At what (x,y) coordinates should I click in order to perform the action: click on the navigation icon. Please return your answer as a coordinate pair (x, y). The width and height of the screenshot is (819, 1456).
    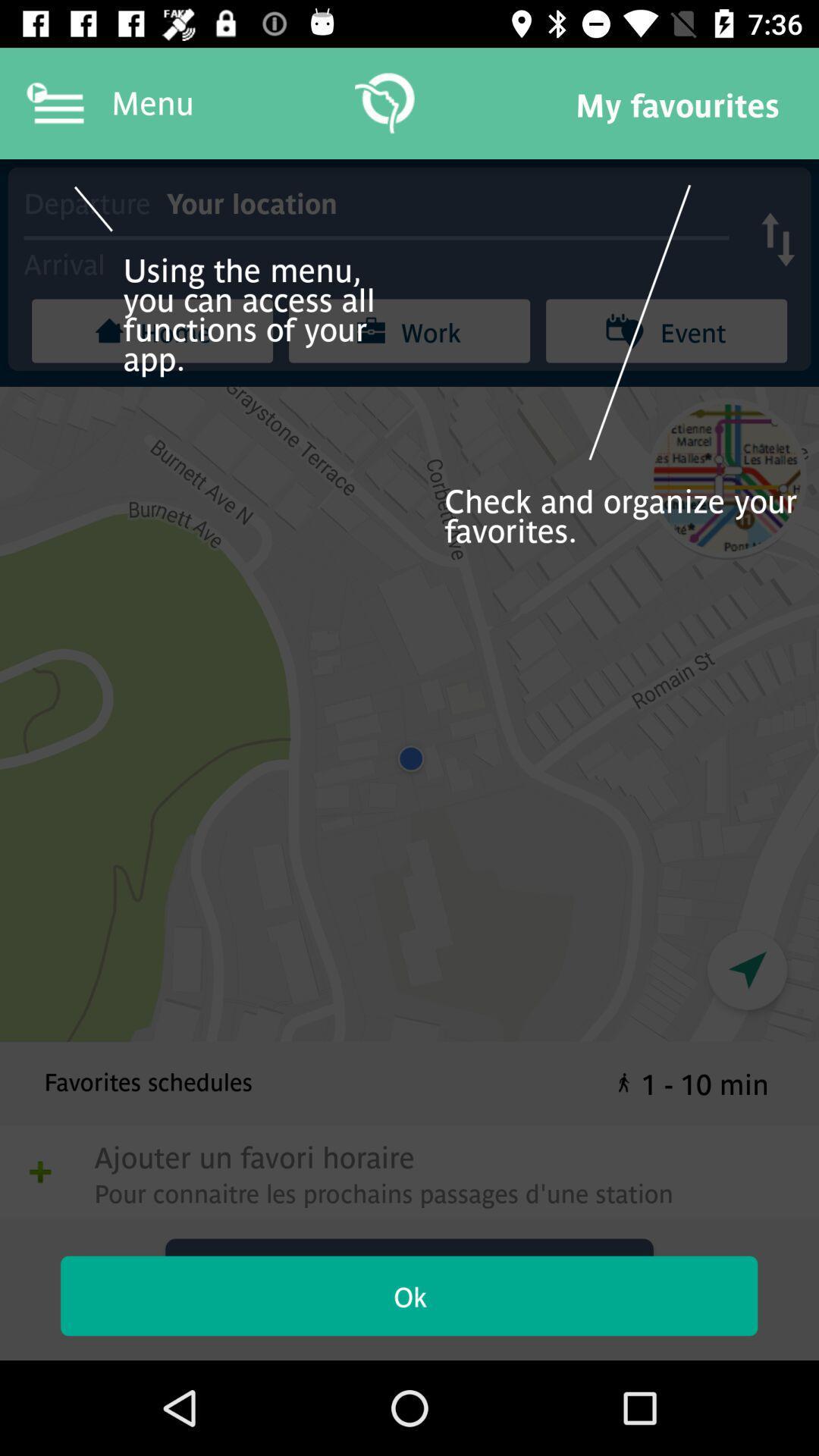
    Looking at the image, I should click on (746, 969).